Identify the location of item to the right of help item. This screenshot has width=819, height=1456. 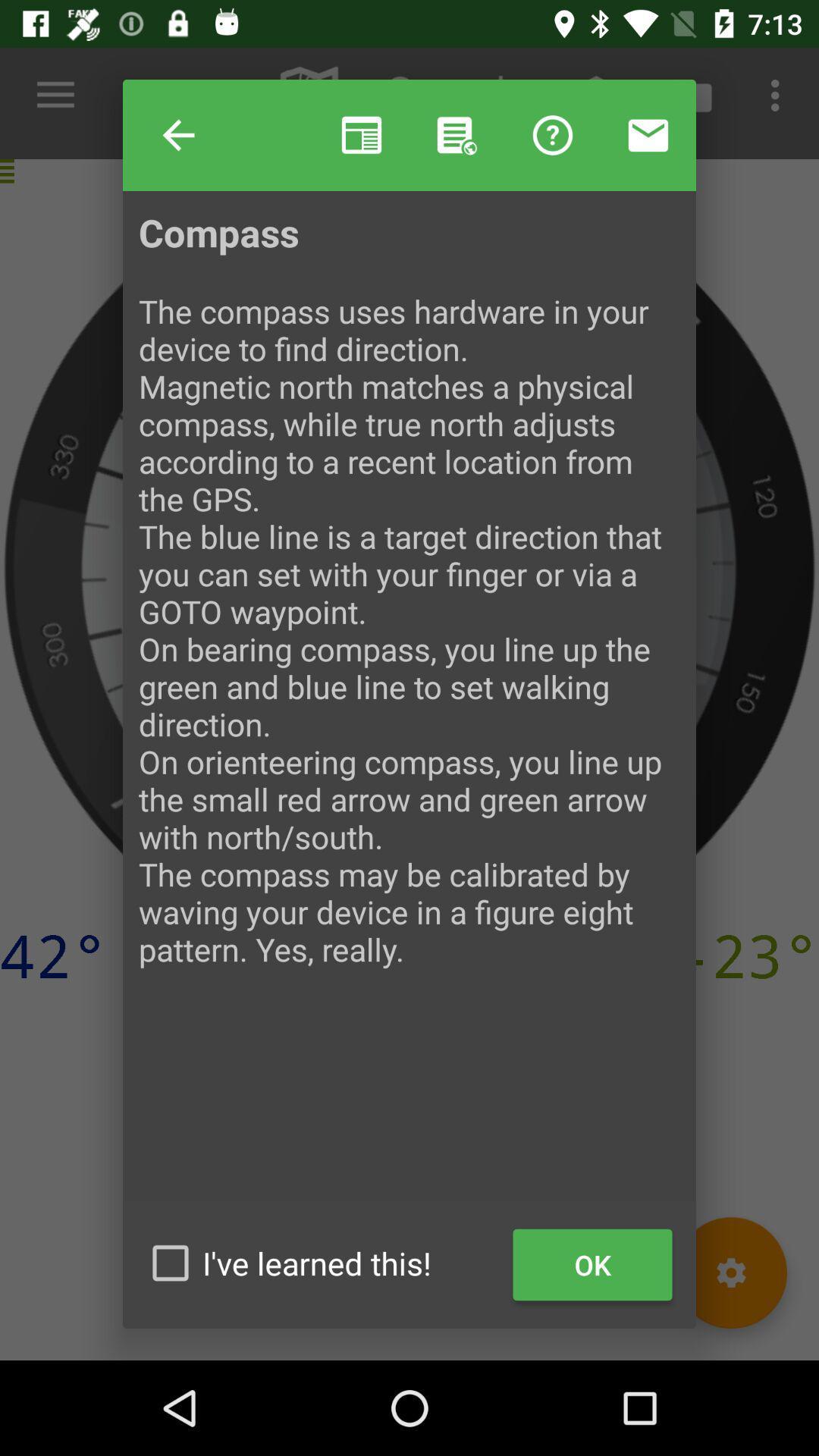
(362, 135).